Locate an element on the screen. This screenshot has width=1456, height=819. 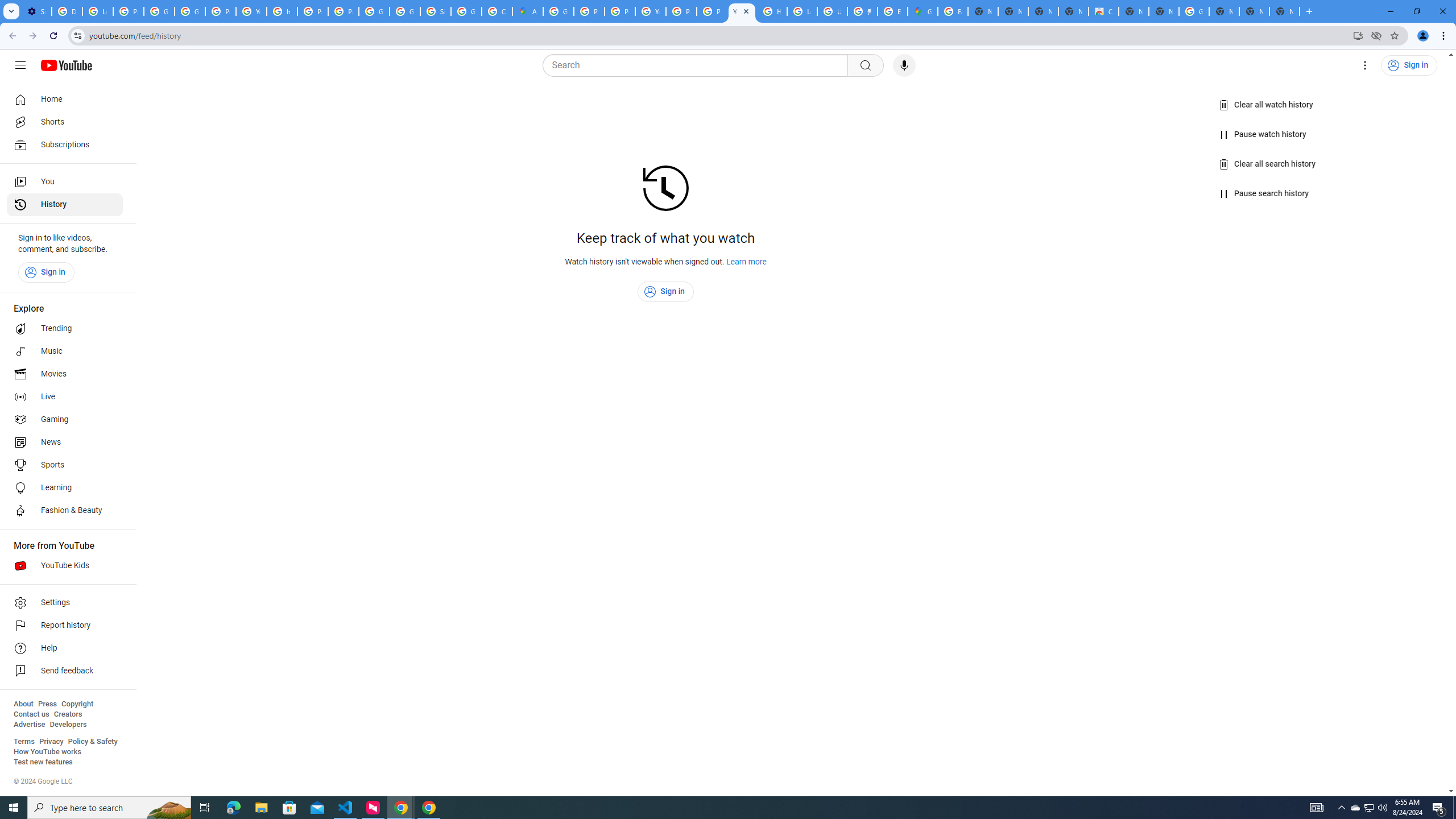
'Advertise' is located at coordinates (28, 723).